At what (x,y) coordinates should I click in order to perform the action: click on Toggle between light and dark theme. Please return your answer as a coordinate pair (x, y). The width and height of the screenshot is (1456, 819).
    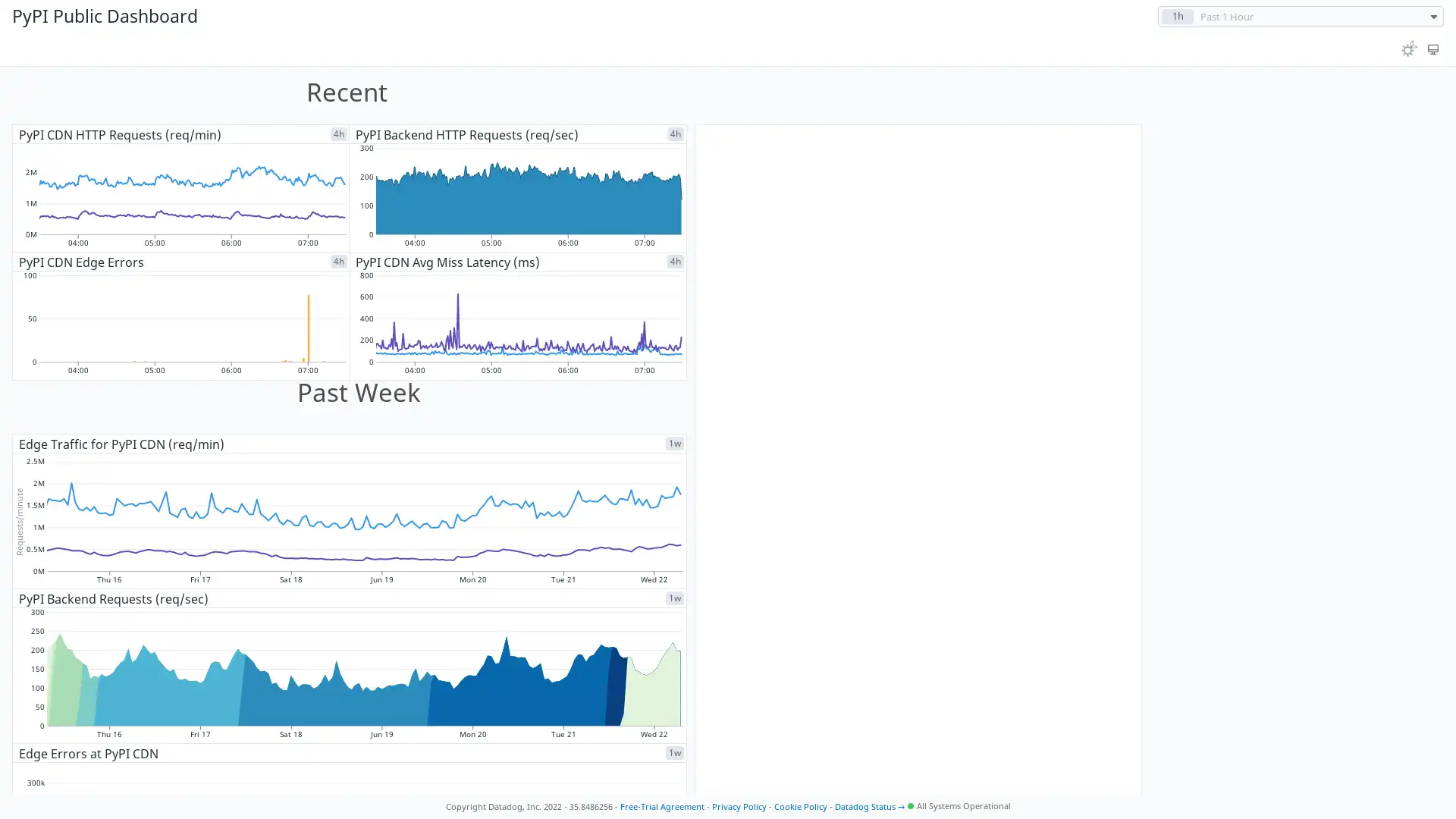
    Looking at the image, I should click on (1407, 48).